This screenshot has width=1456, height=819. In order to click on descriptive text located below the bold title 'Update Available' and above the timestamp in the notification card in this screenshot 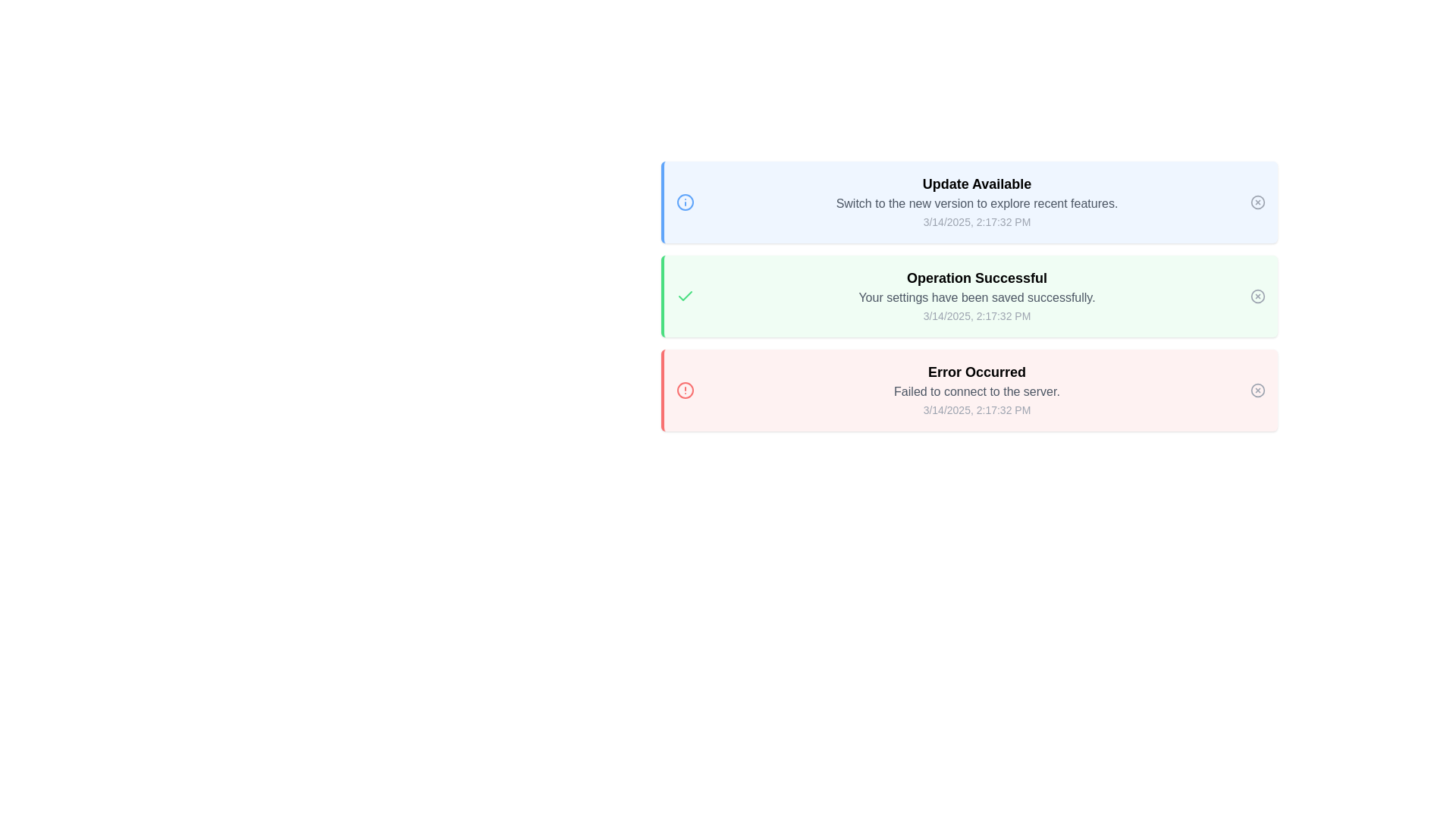, I will do `click(977, 203)`.